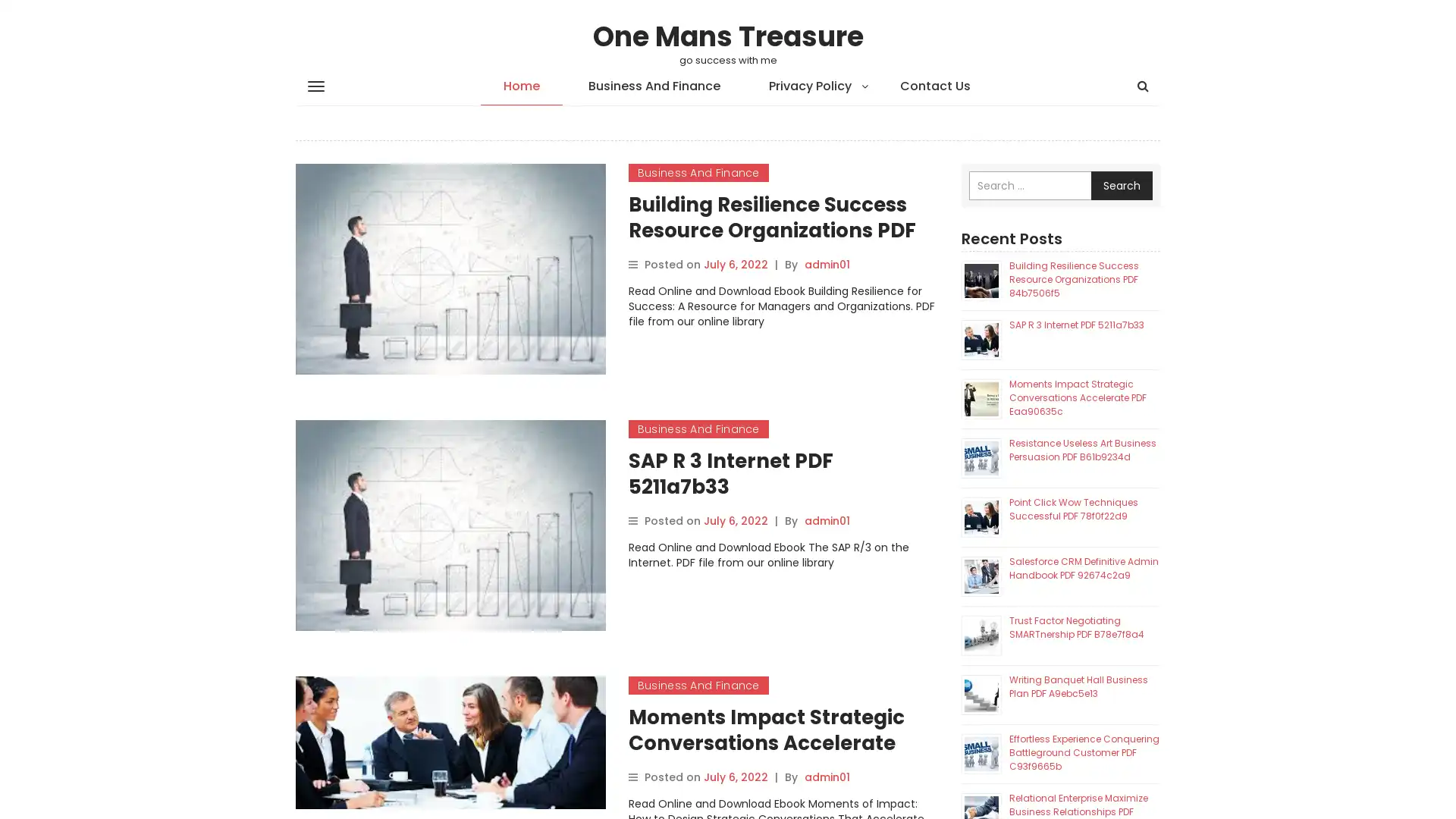 This screenshot has height=819, width=1456. Describe the element at coordinates (1122, 185) in the screenshot. I see `Search` at that location.